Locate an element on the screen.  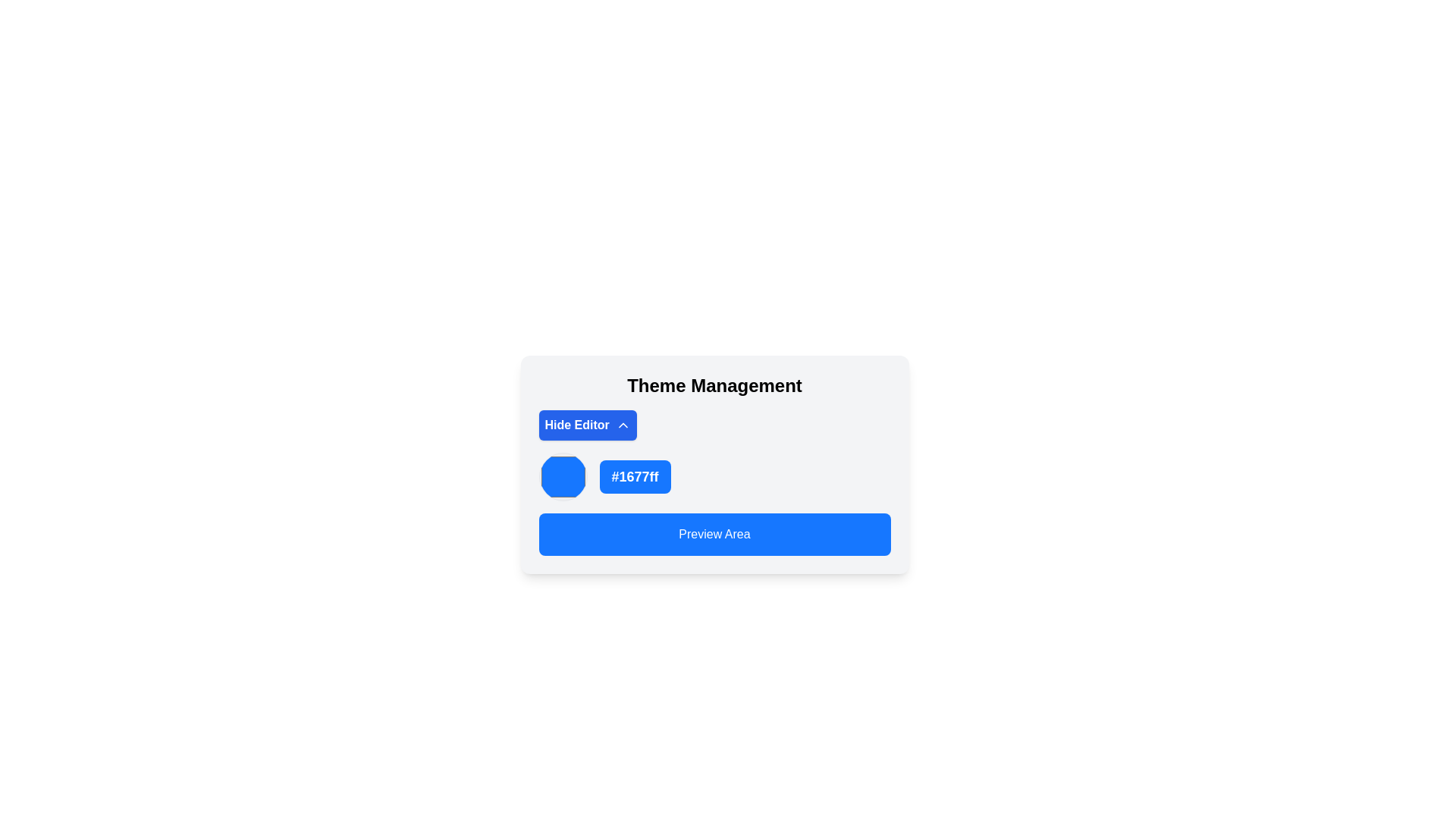
the Text display button that shows the color code '#1677ff', located in the upper section of the 'Theme Management' panel, to the right of the circular color preview element and below the 'Hide Editor' dropdown is located at coordinates (635, 475).